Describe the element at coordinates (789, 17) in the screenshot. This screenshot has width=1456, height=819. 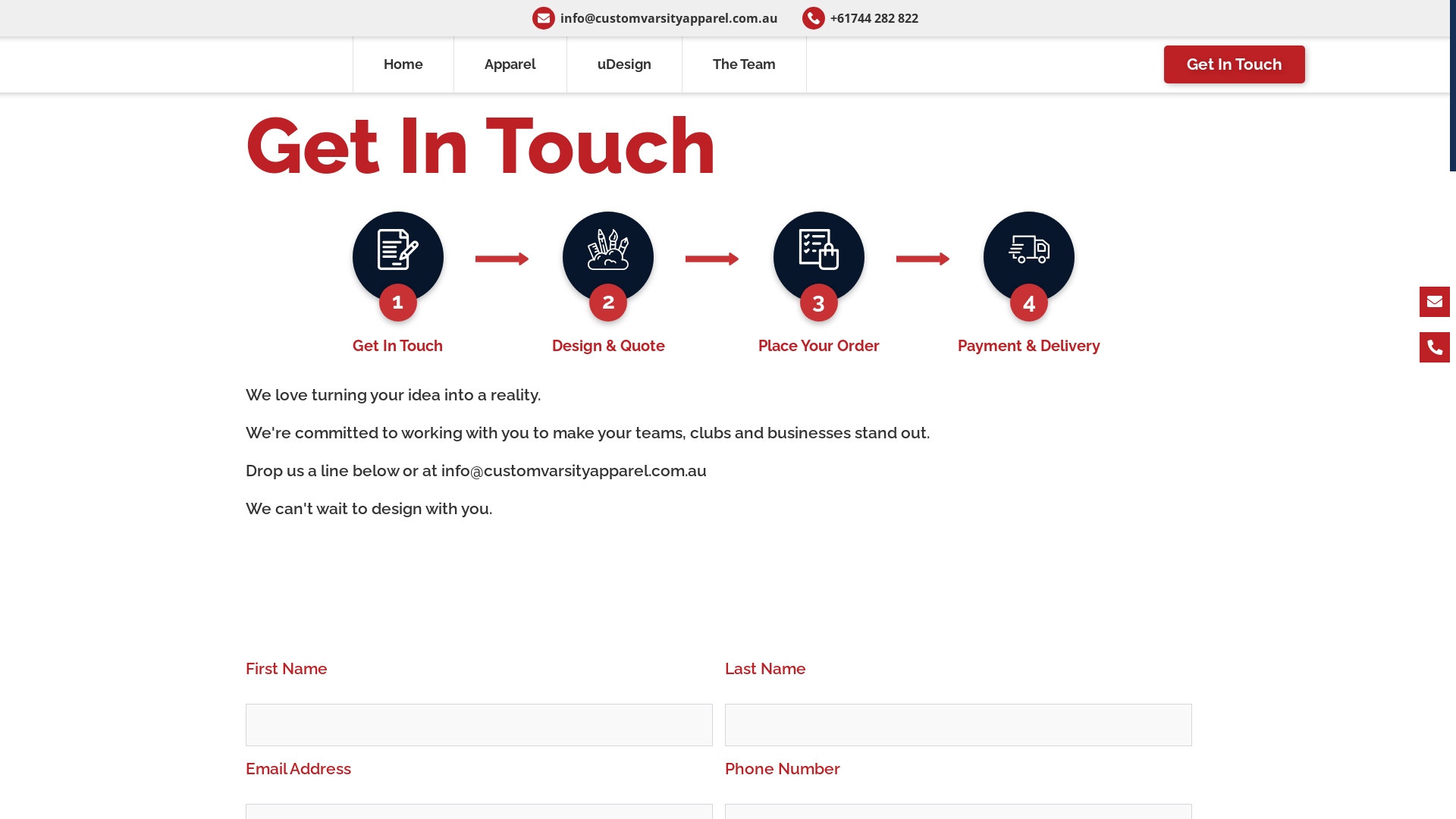
I see `'+61744 282 822'` at that location.